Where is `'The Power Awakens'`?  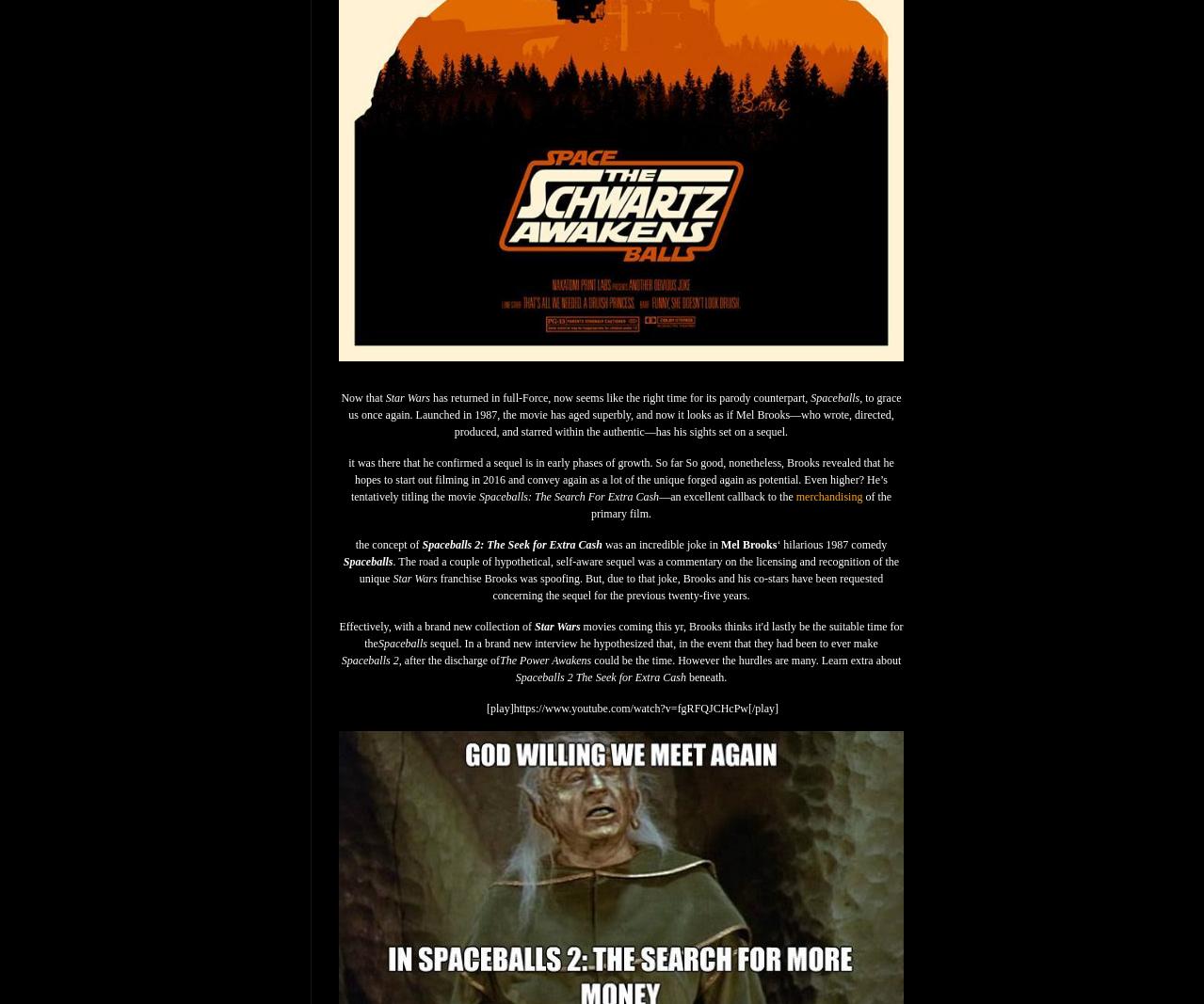
'The Power Awakens' is located at coordinates (545, 660).